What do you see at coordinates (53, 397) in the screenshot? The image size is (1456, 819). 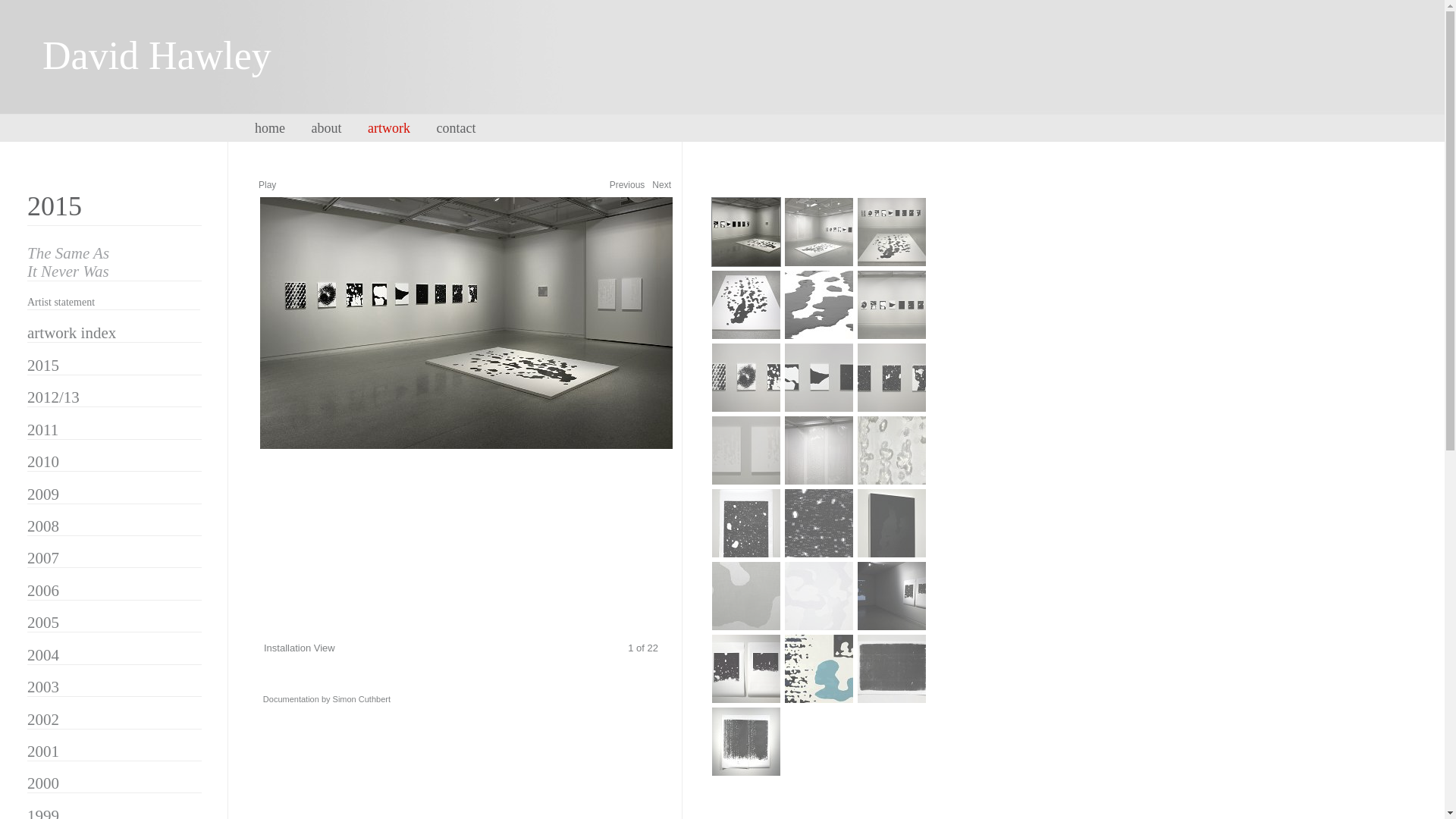 I see `'2012/13'` at bounding box center [53, 397].